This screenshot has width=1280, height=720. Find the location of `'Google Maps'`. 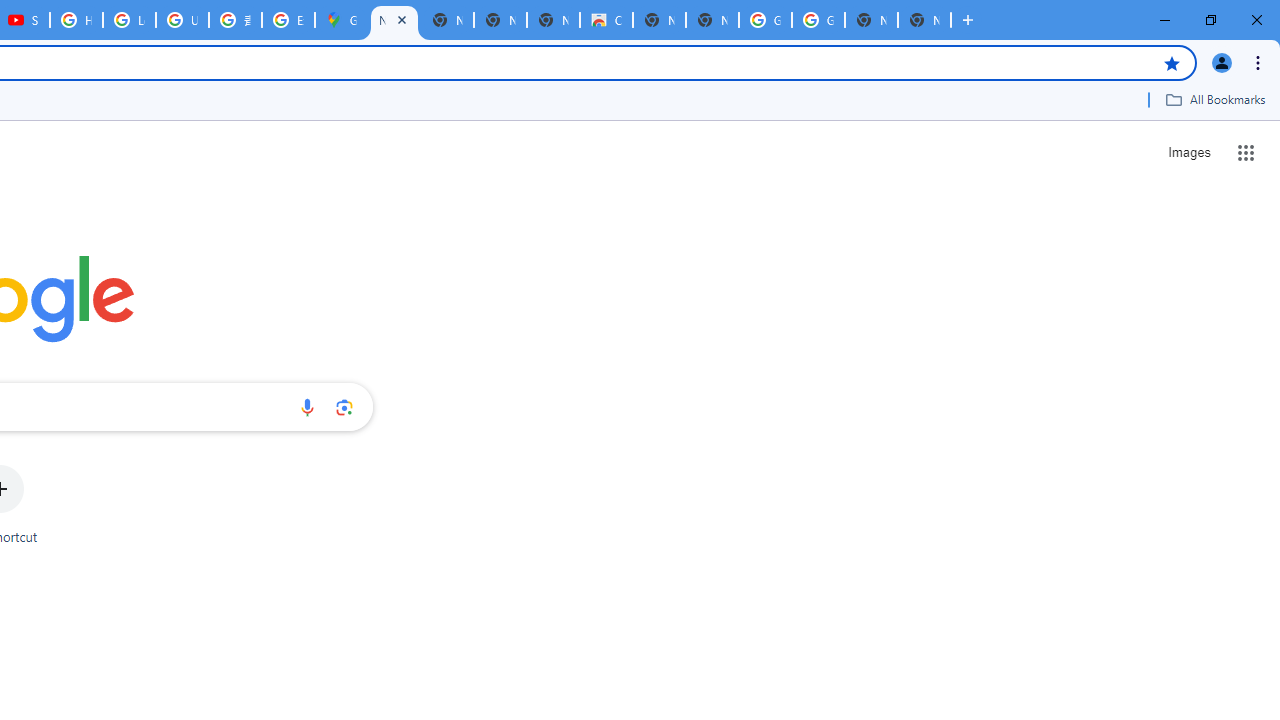

'Google Maps' is located at coordinates (341, 20).